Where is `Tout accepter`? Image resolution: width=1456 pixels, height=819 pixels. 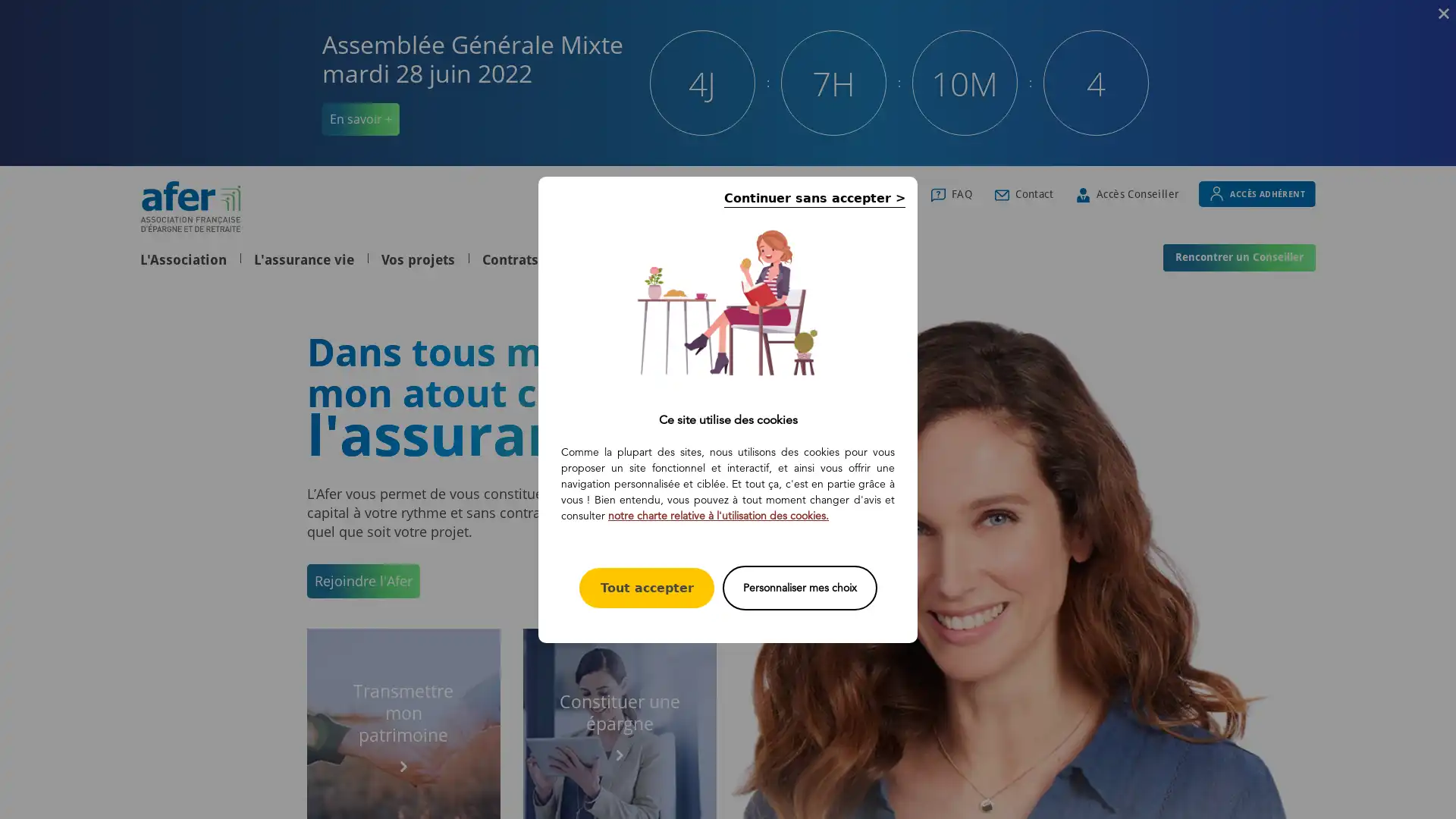
Tout accepter is located at coordinates (647, 586).